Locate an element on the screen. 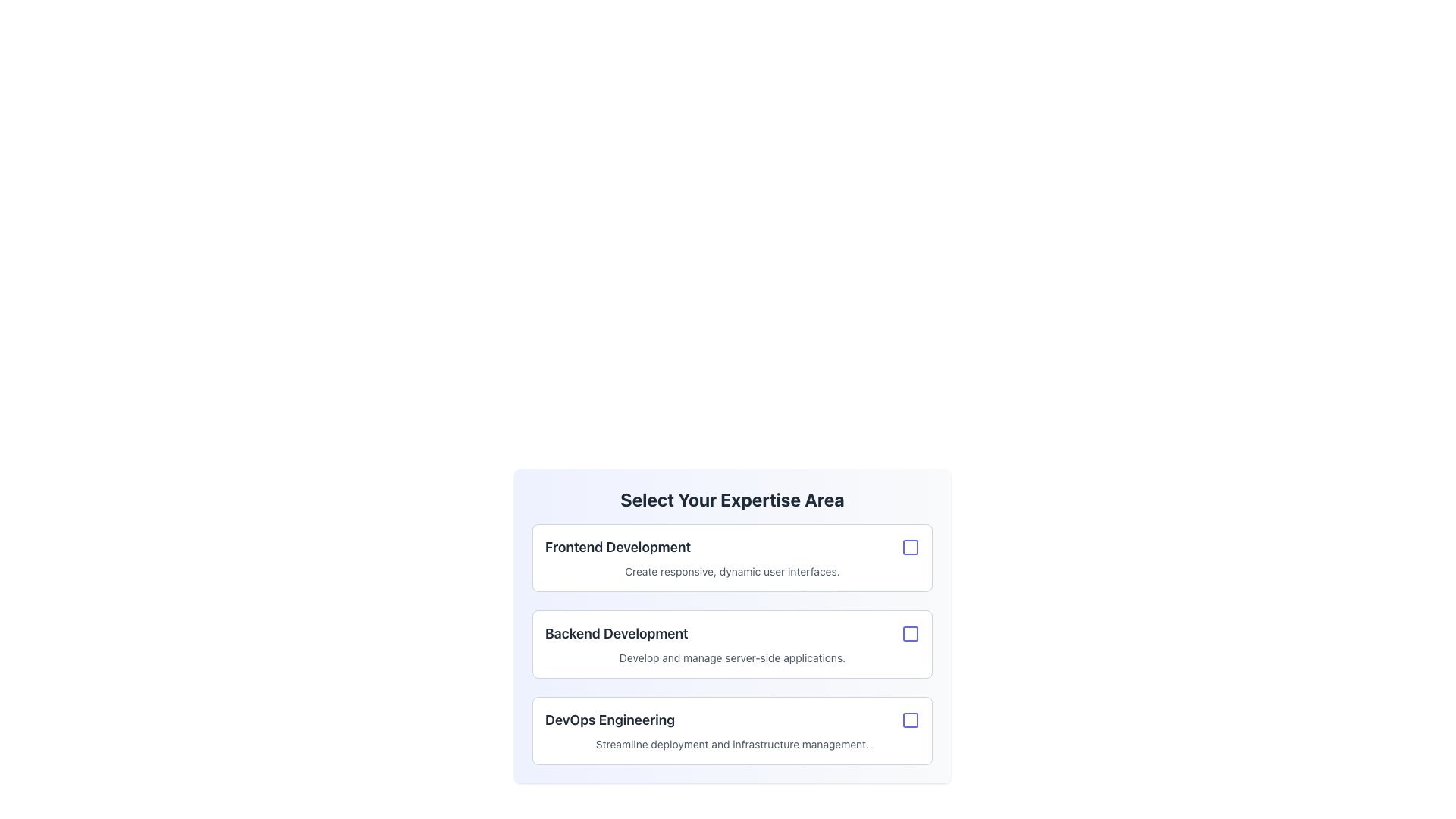 This screenshot has height=819, width=1456. the checkbox for 'Backend Development', which is the second option in the list under 'Select Your Expertise Area' is located at coordinates (732, 644).